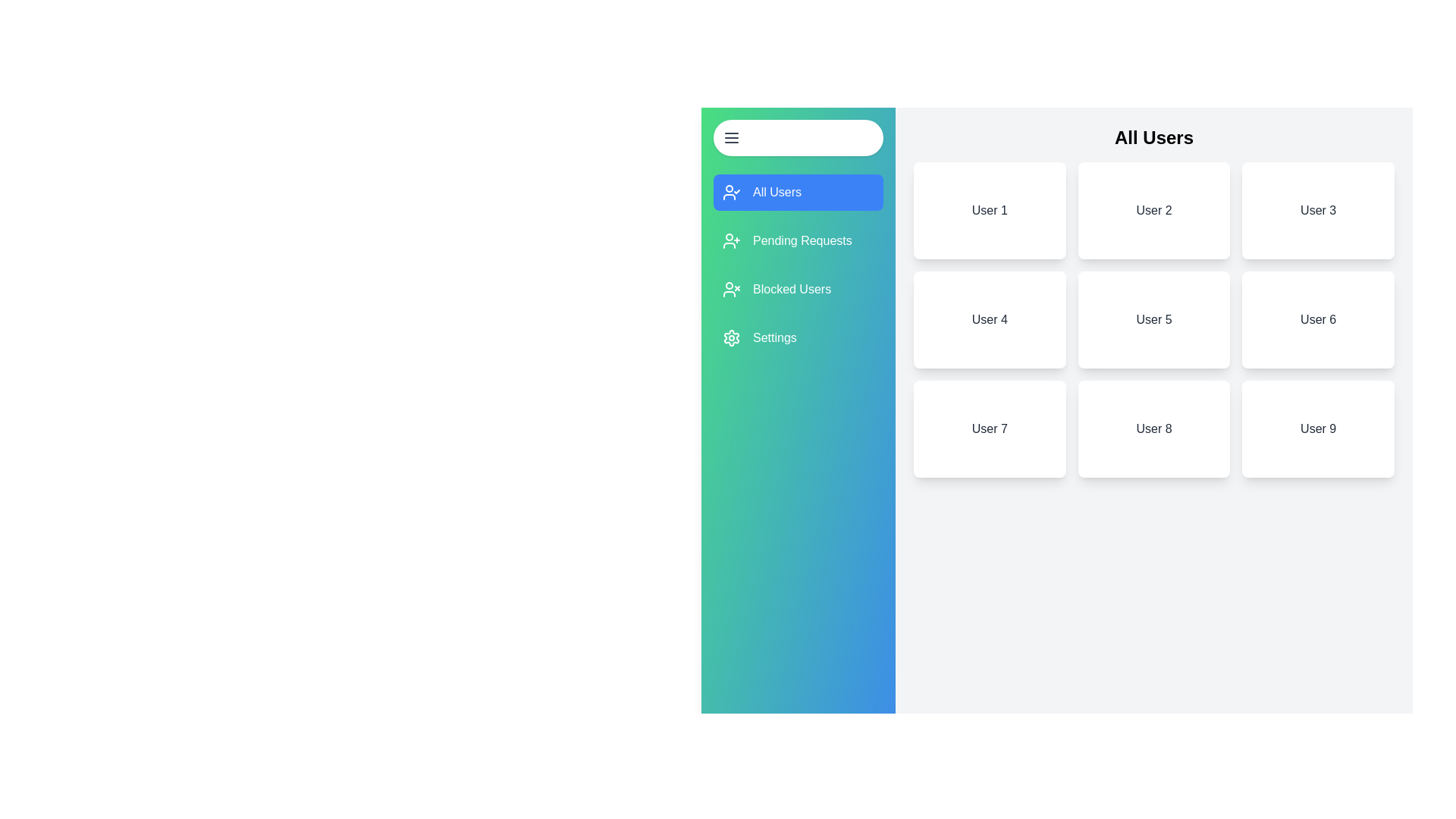  What do you see at coordinates (797, 240) in the screenshot?
I see `the section Pending Requests from the drawer menu` at bounding box center [797, 240].